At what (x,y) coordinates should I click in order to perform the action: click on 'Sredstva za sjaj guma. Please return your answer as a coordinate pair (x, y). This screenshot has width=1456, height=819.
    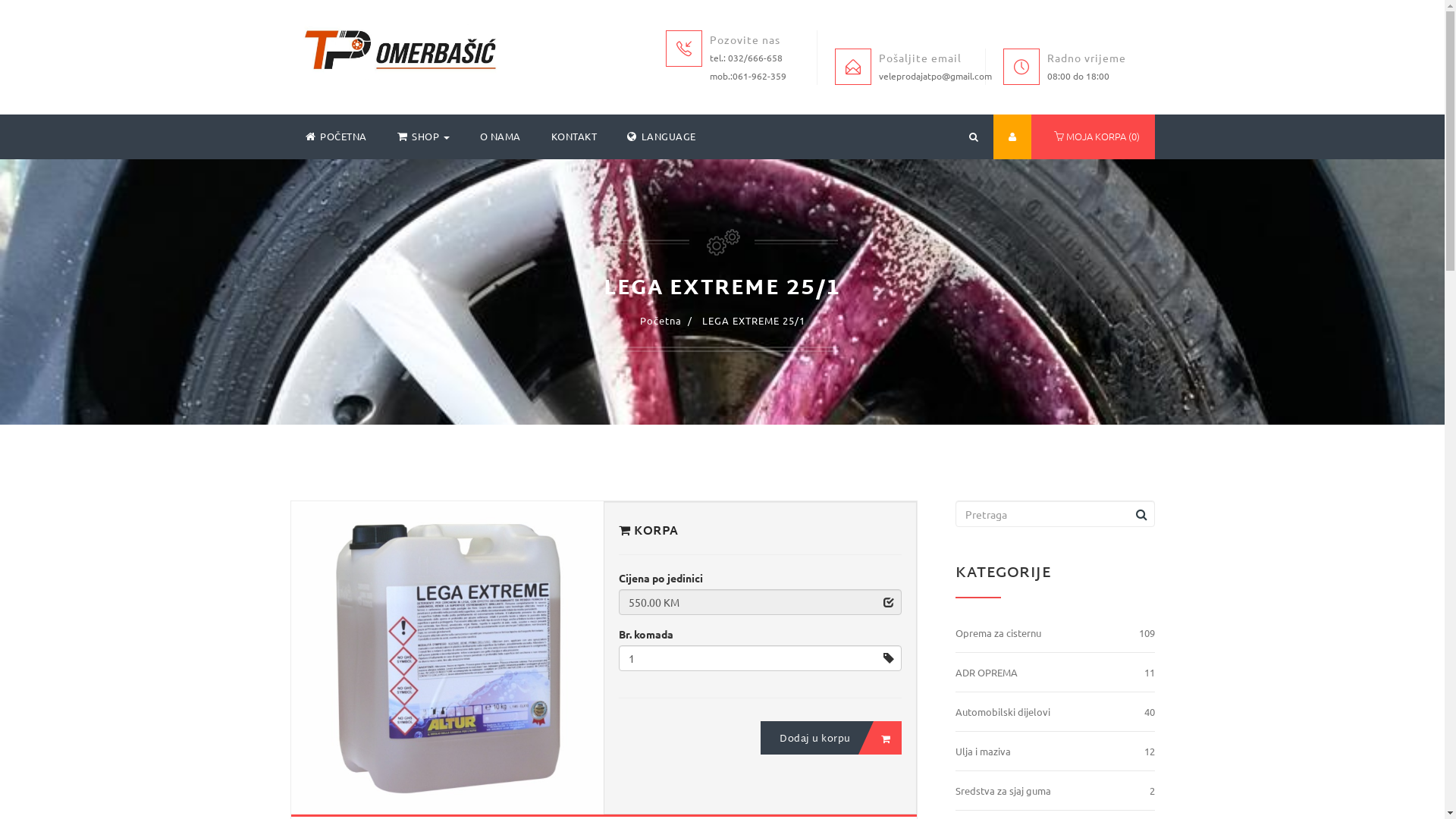
    Looking at the image, I should click on (1054, 790).